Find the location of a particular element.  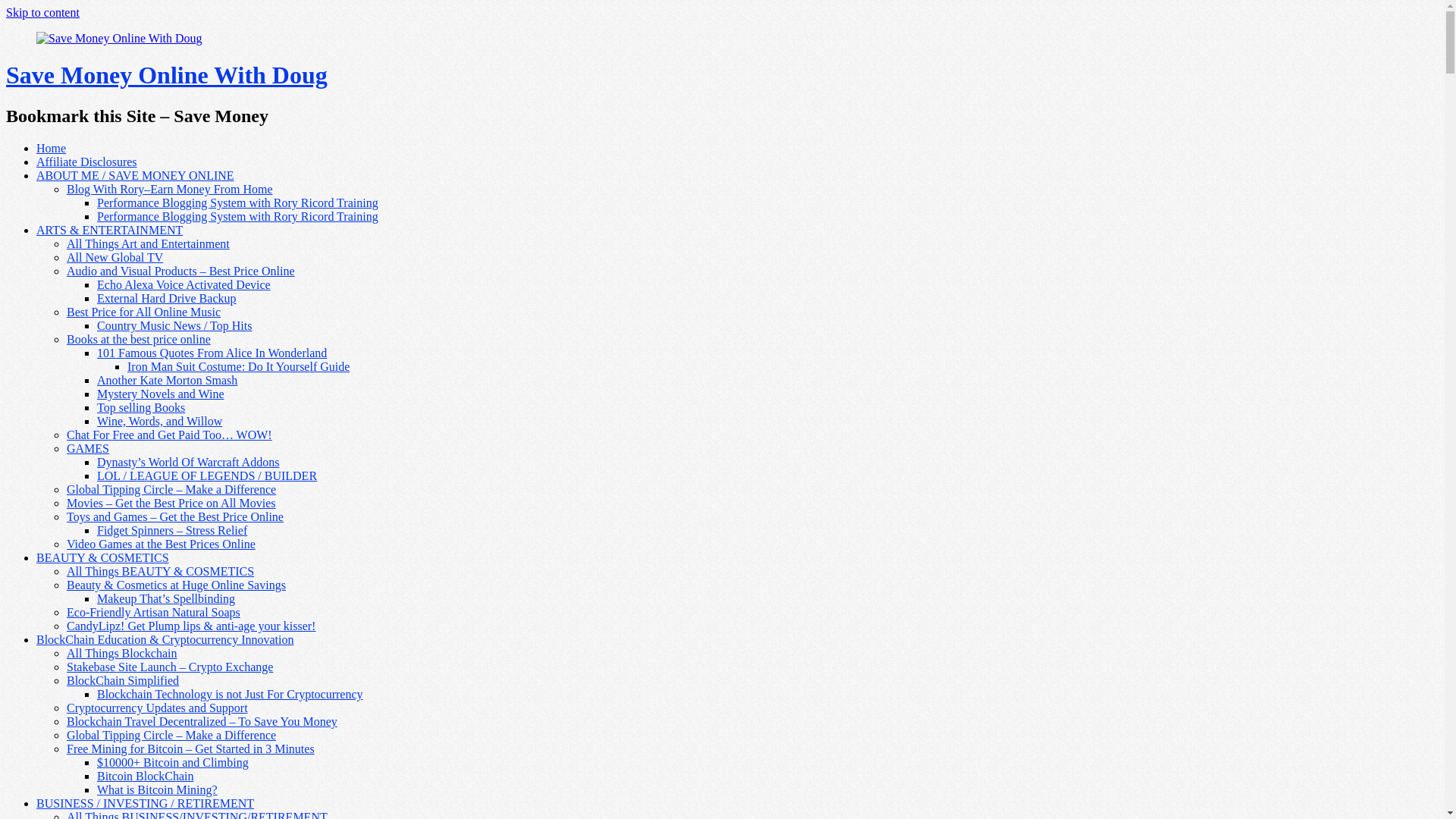

'Home' is located at coordinates (51, 148).